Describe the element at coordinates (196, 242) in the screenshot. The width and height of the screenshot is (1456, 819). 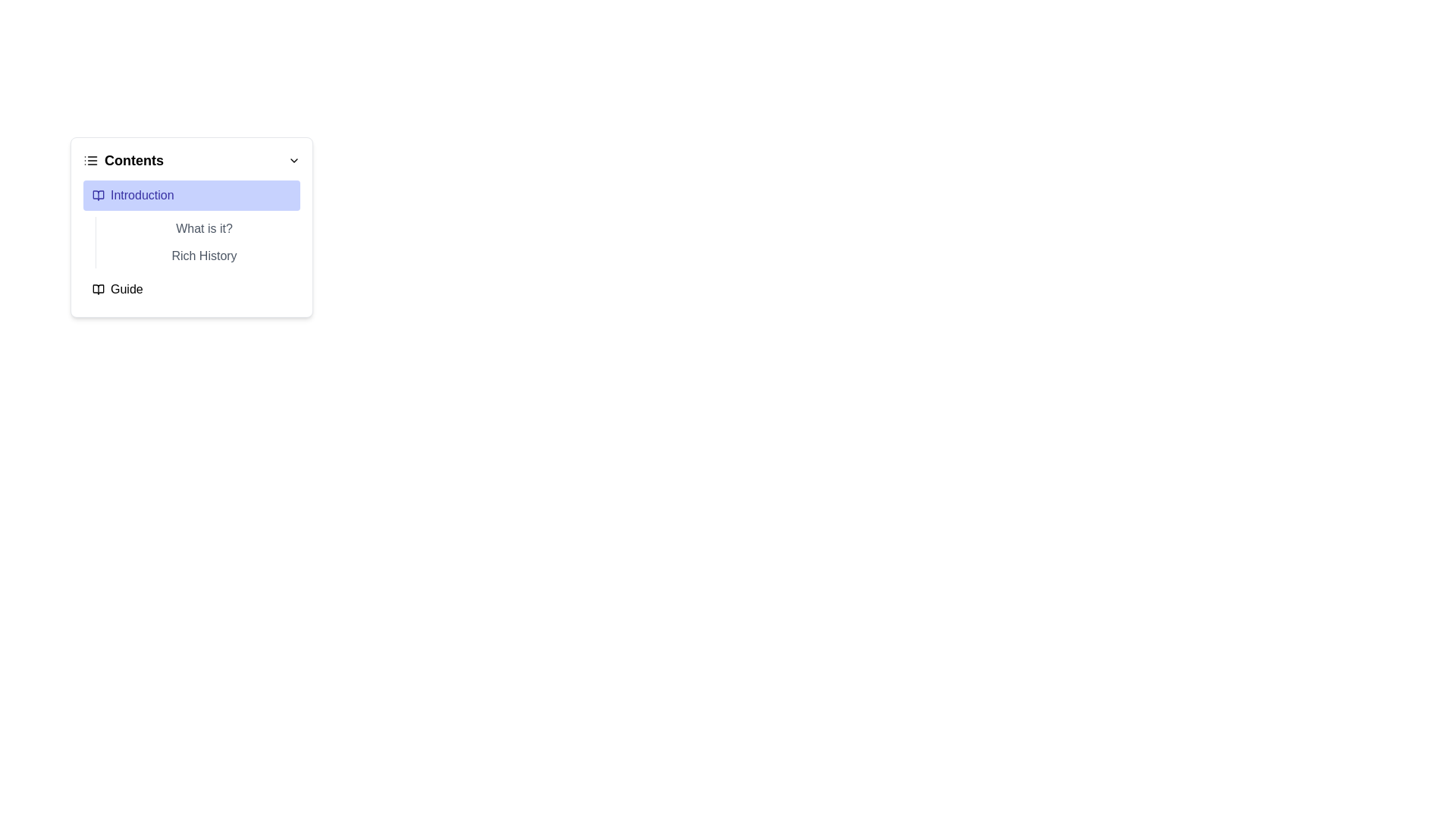
I see `the Text block element displaying 'What is it?' and 'Rich History', located beneath the 'Introduction' section and above the 'Guide'` at that location.